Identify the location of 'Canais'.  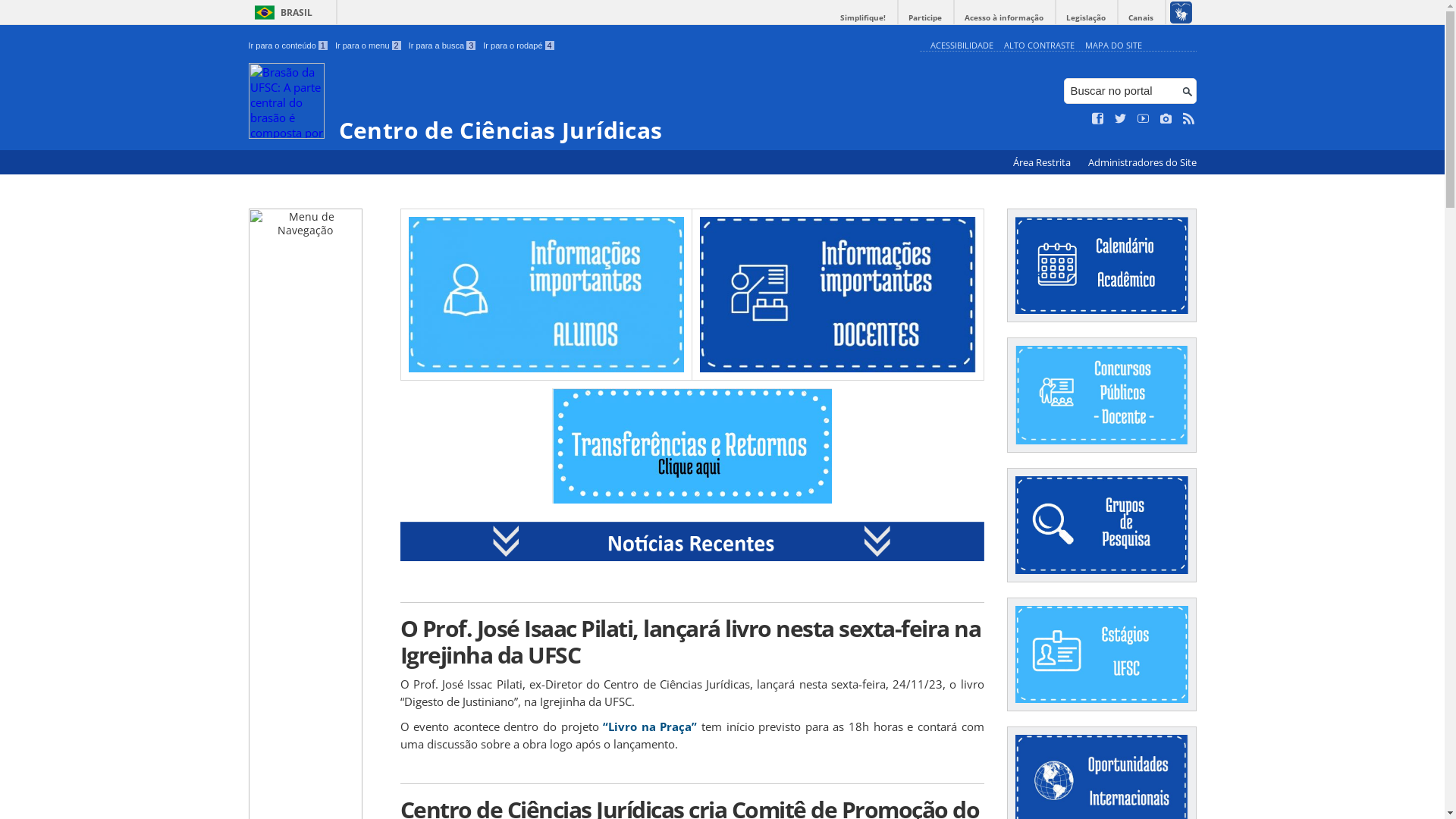
(1141, 17).